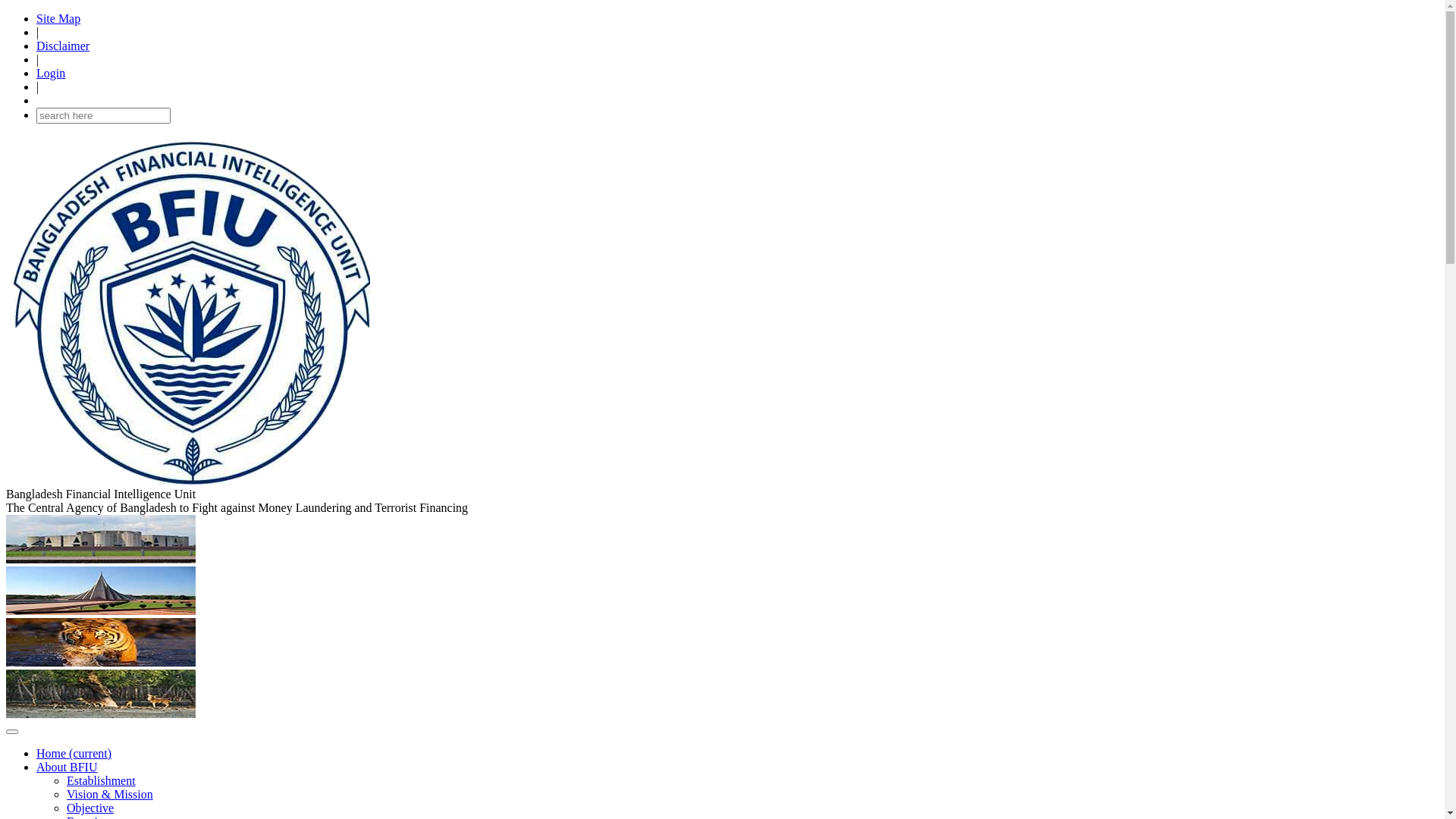 The width and height of the screenshot is (1456, 819). Describe the element at coordinates (51, 73) in the screenshot. I see `'Login'` at that location.